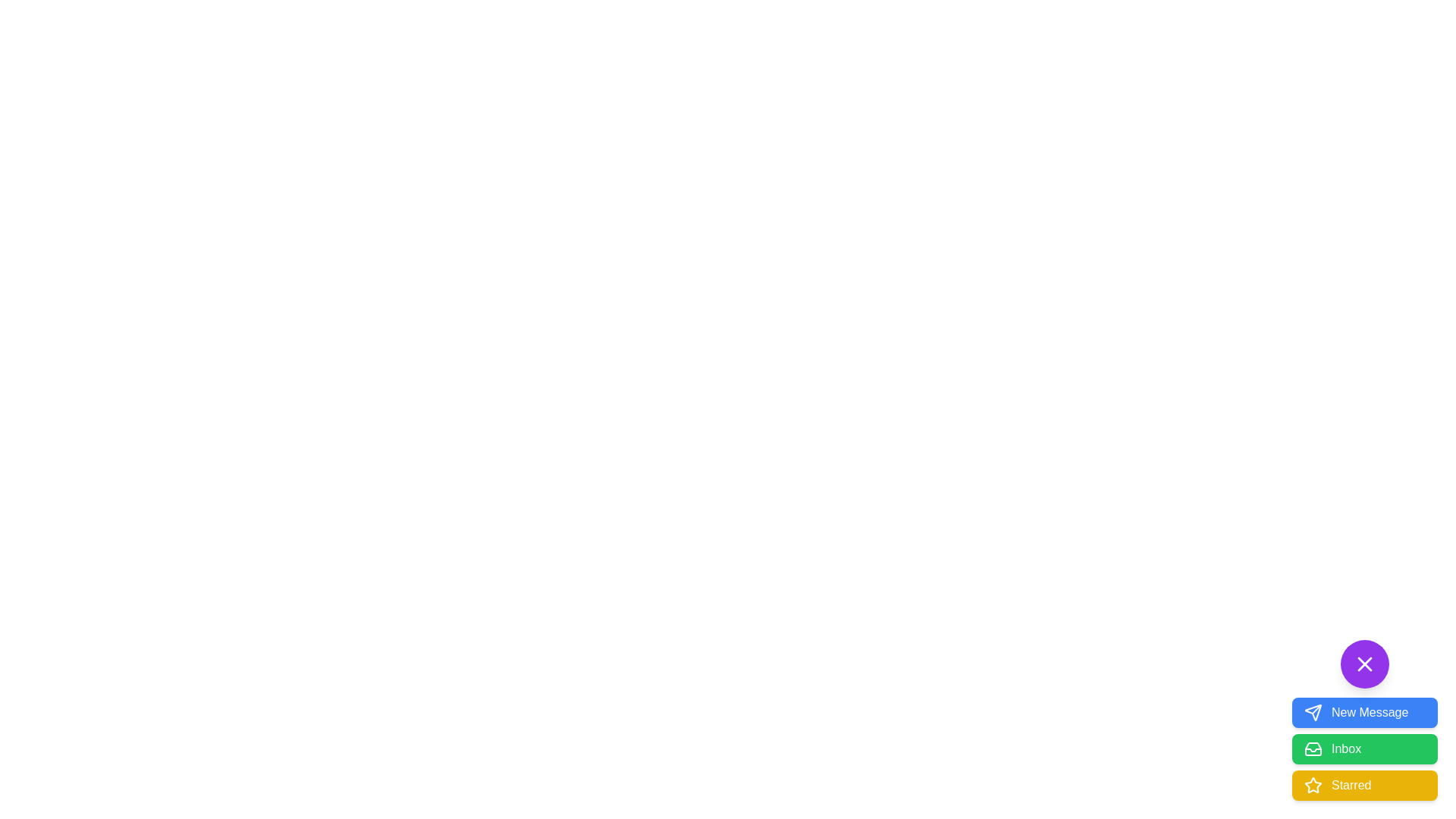  What do you see at coordinates (1365, 663) in the screenshot?
I see `the circular button with a purple background and a white 'X' icon located at the bottom-right corner of the interface` at bounding box center [1365, 663].